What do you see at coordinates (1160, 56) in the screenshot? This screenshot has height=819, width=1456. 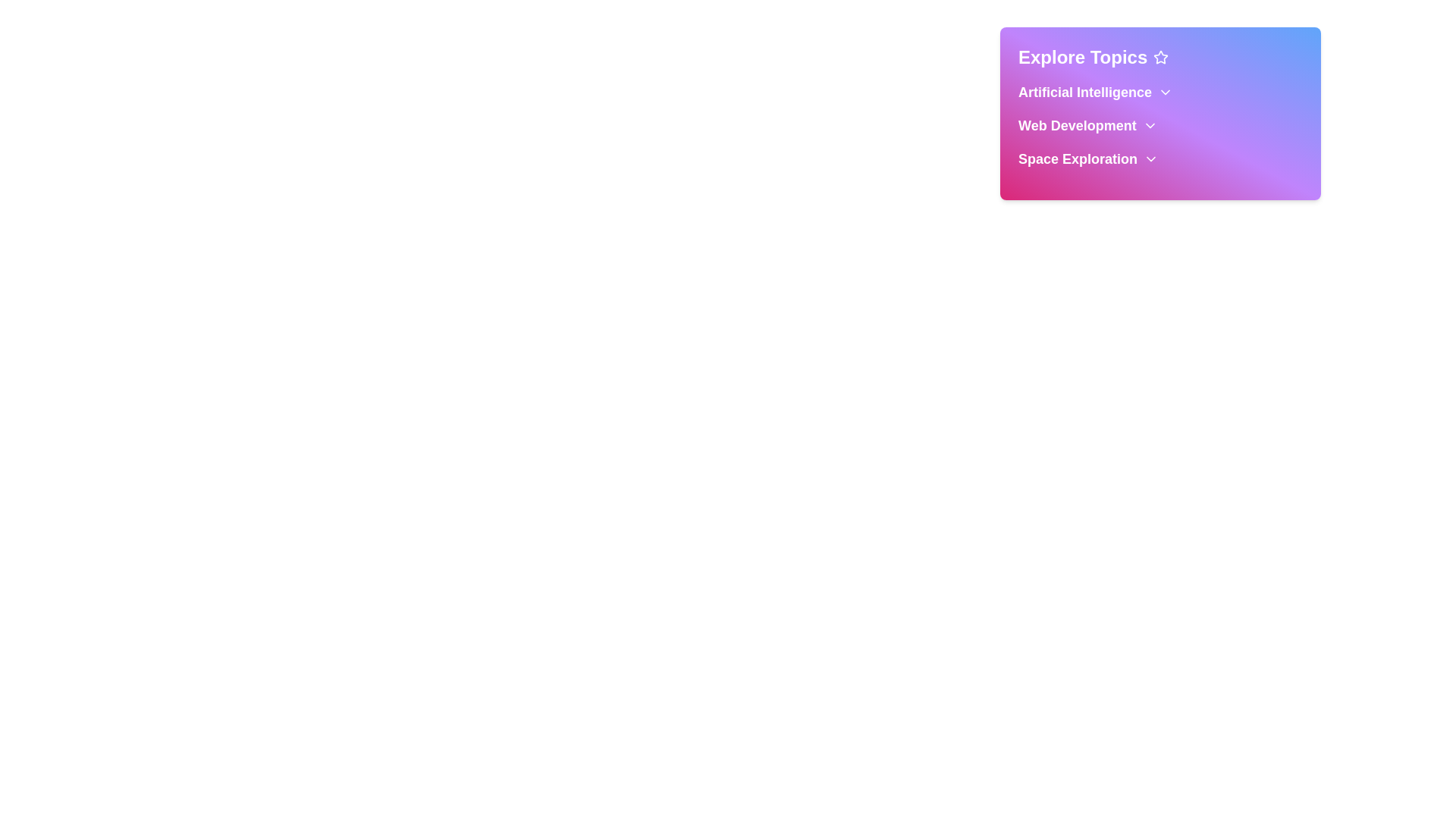 I see `icon located in the purple header titled 'Explore Topics' at the top-right corner of the interface, positioned to the immediate right of the title text` at bounding box center [1160, 56].